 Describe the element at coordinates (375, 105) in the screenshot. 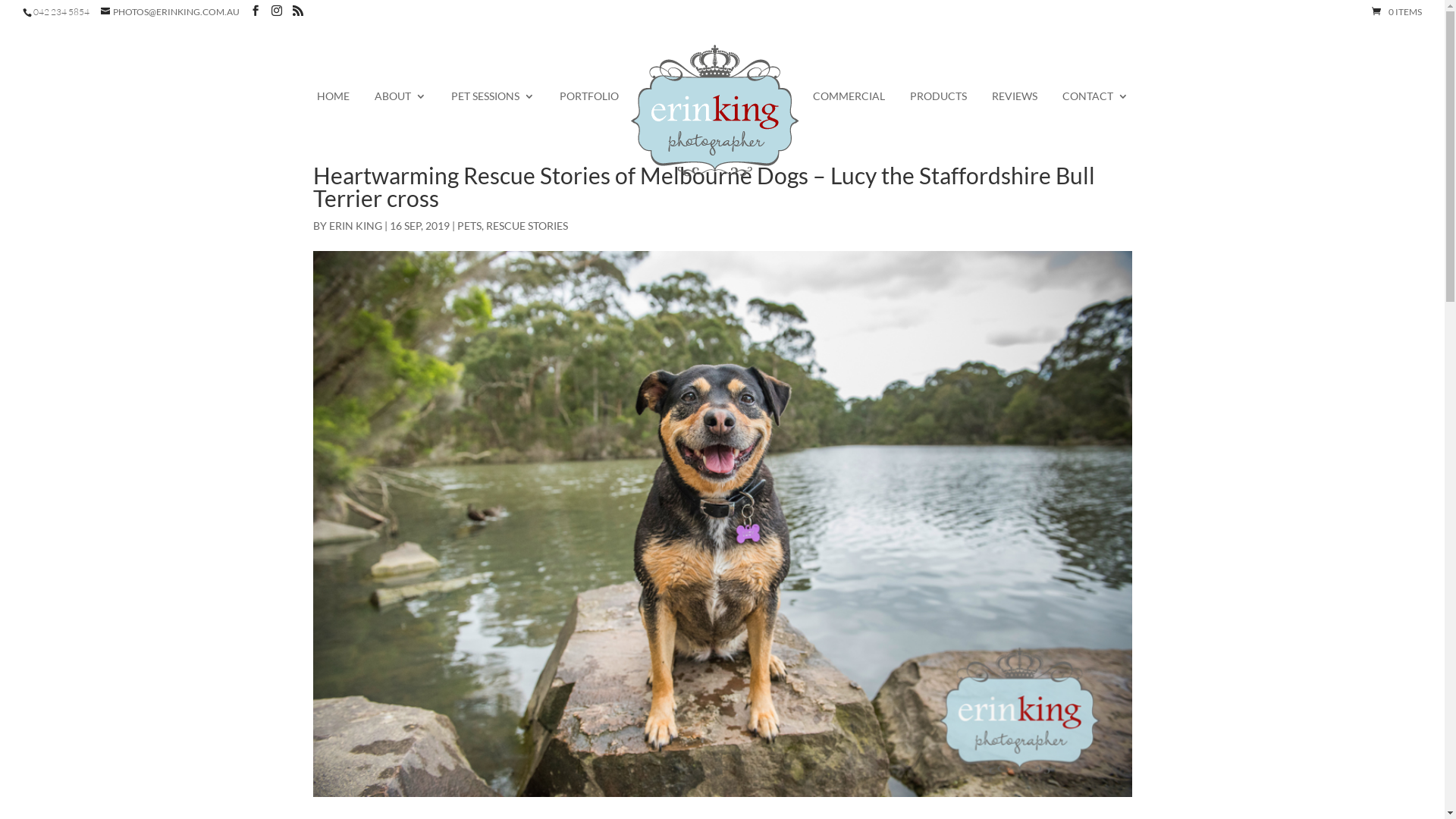

I see `'ABOUT'` at that location.